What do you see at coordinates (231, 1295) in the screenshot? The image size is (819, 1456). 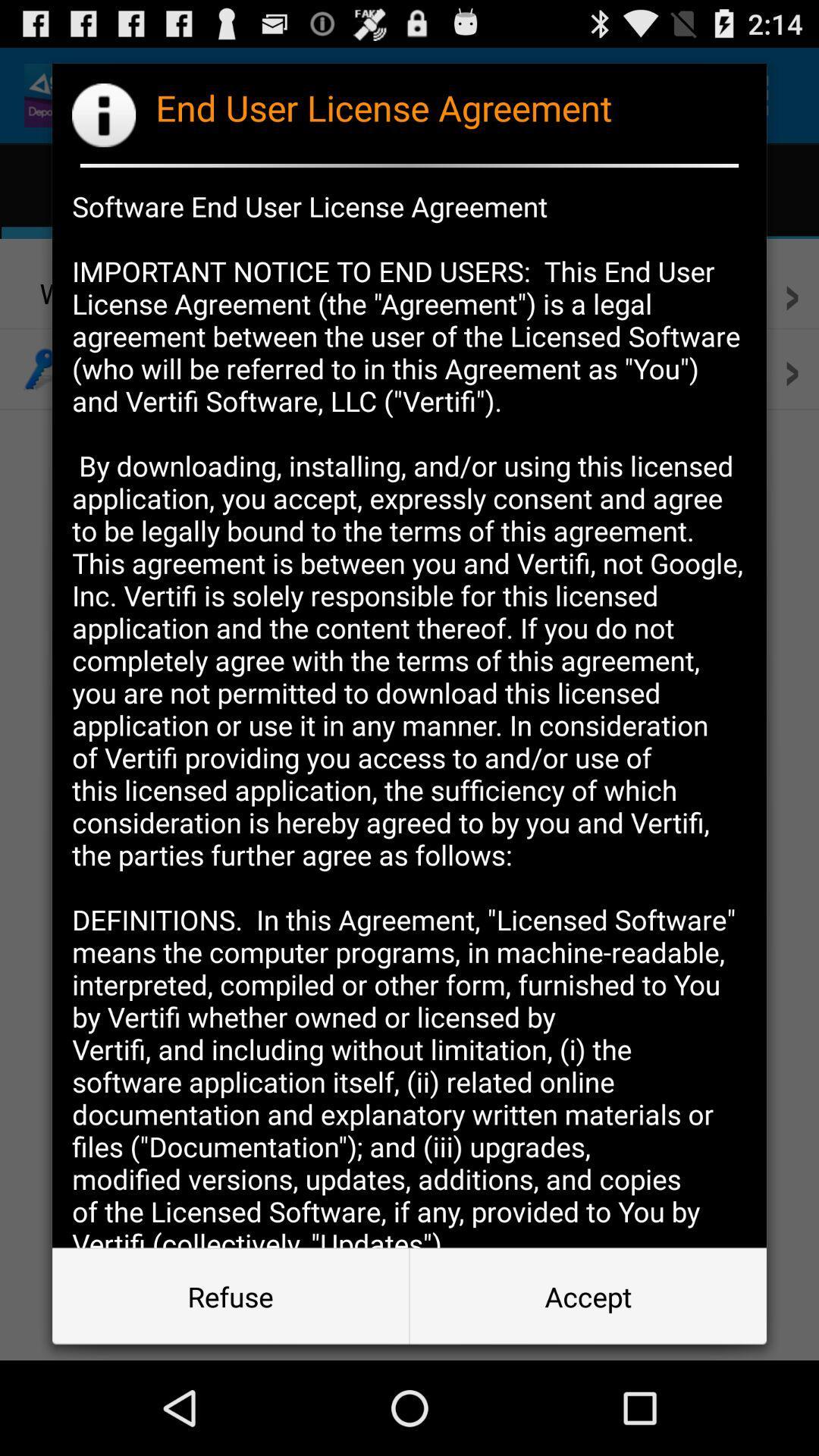 I see `the refuse` at bounding box center [231, 1295].